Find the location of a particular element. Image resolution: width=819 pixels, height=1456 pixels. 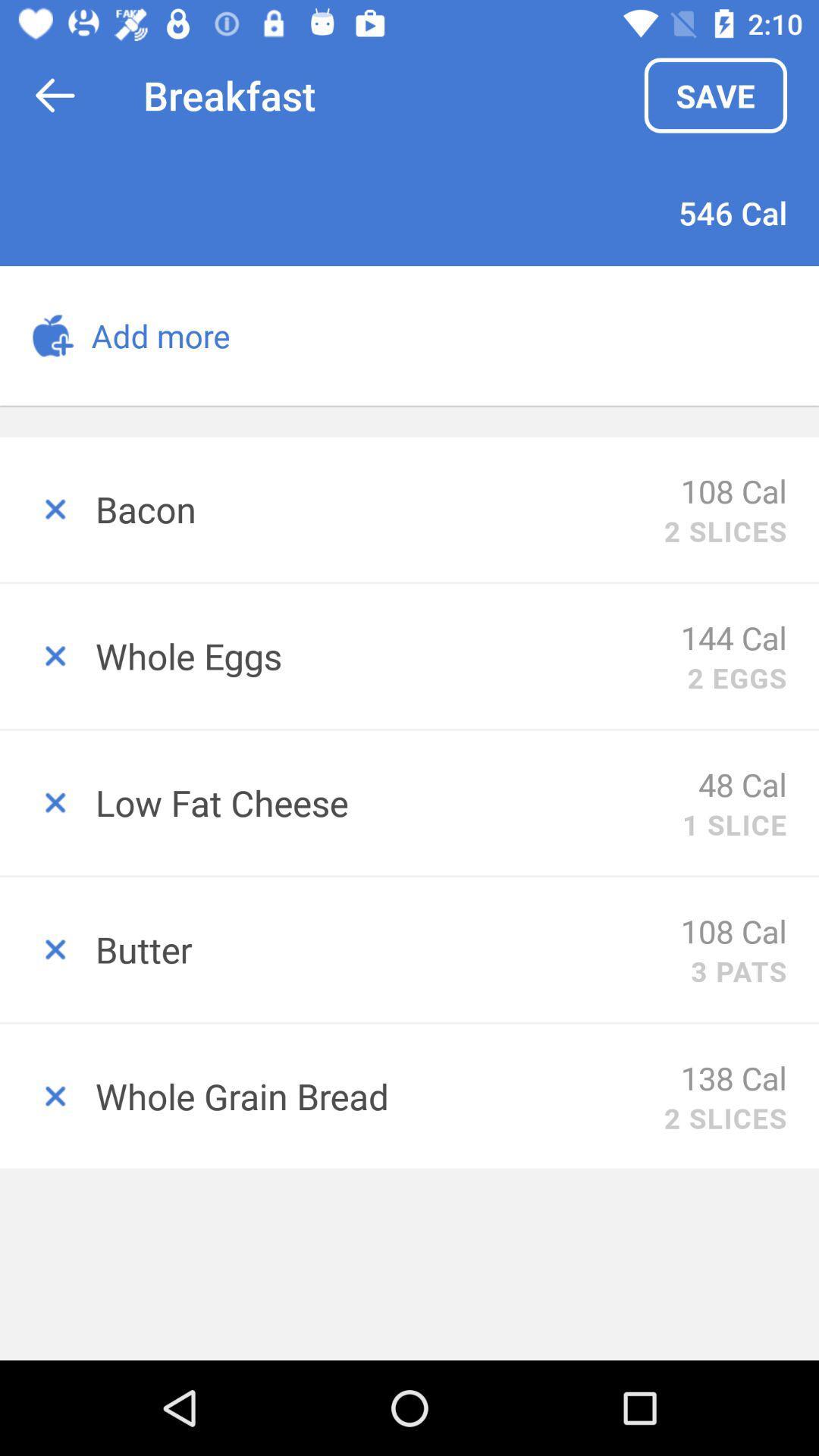

delete low fat cheese off custom plan is located at coordinates (46, 802).